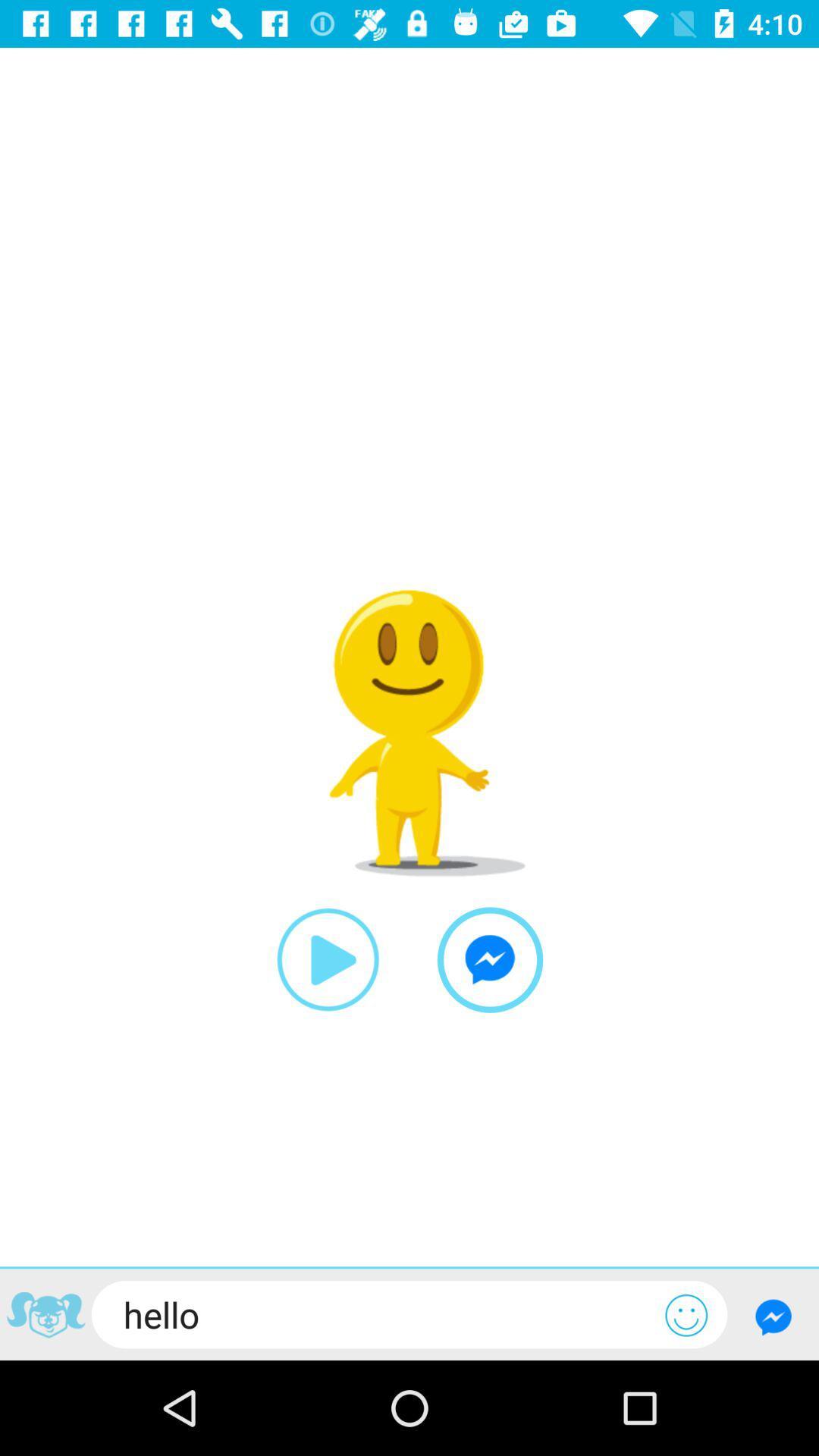 This screenshot has width=819, height=1456. I want to click on the emoji icon, so click(686, 1314).